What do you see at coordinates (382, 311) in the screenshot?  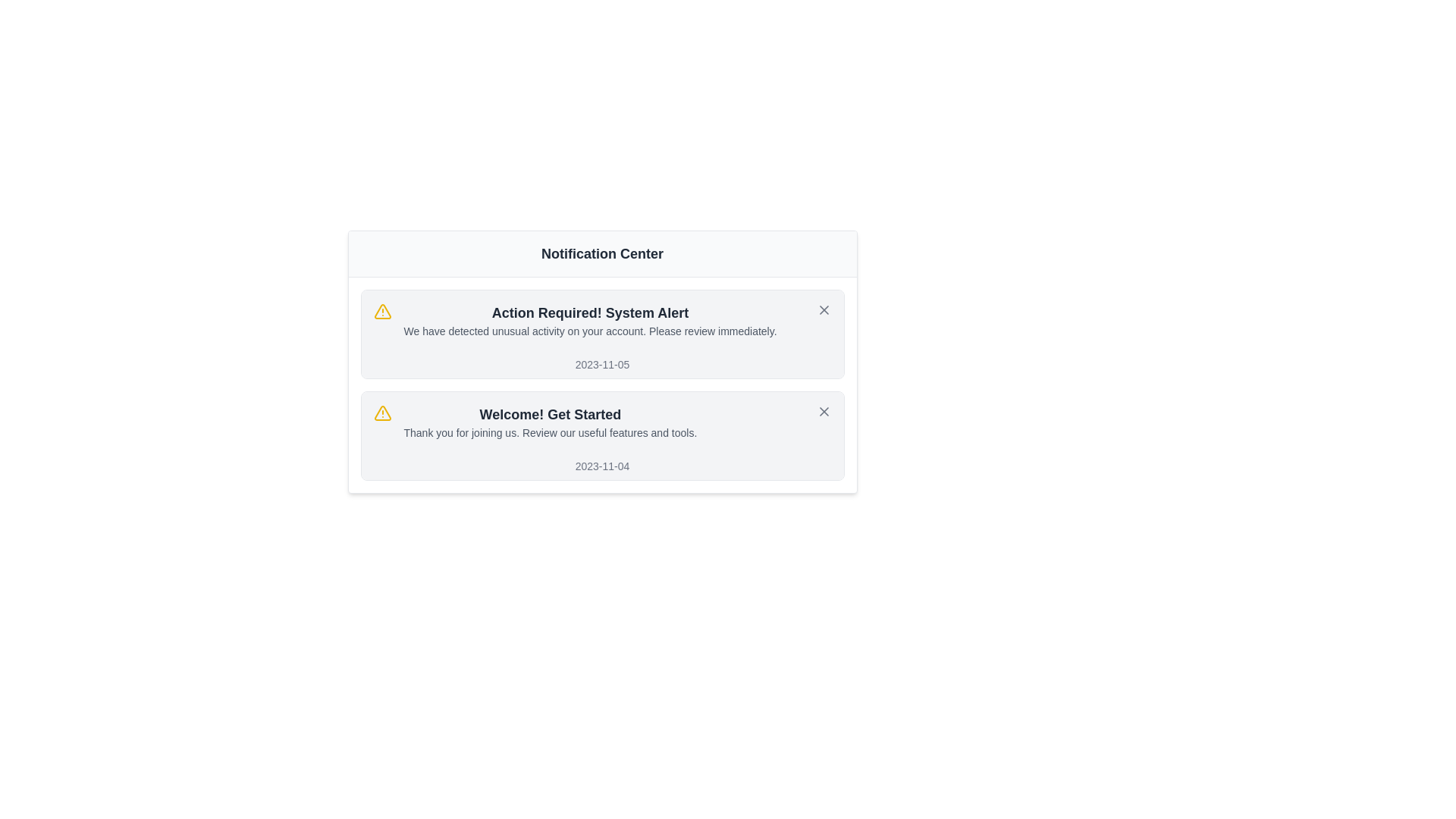 I see `the warning or alert icon located at the leftmost part of the notification box titled 'Action Required! System Alert'` at bounding box center [382, 311].